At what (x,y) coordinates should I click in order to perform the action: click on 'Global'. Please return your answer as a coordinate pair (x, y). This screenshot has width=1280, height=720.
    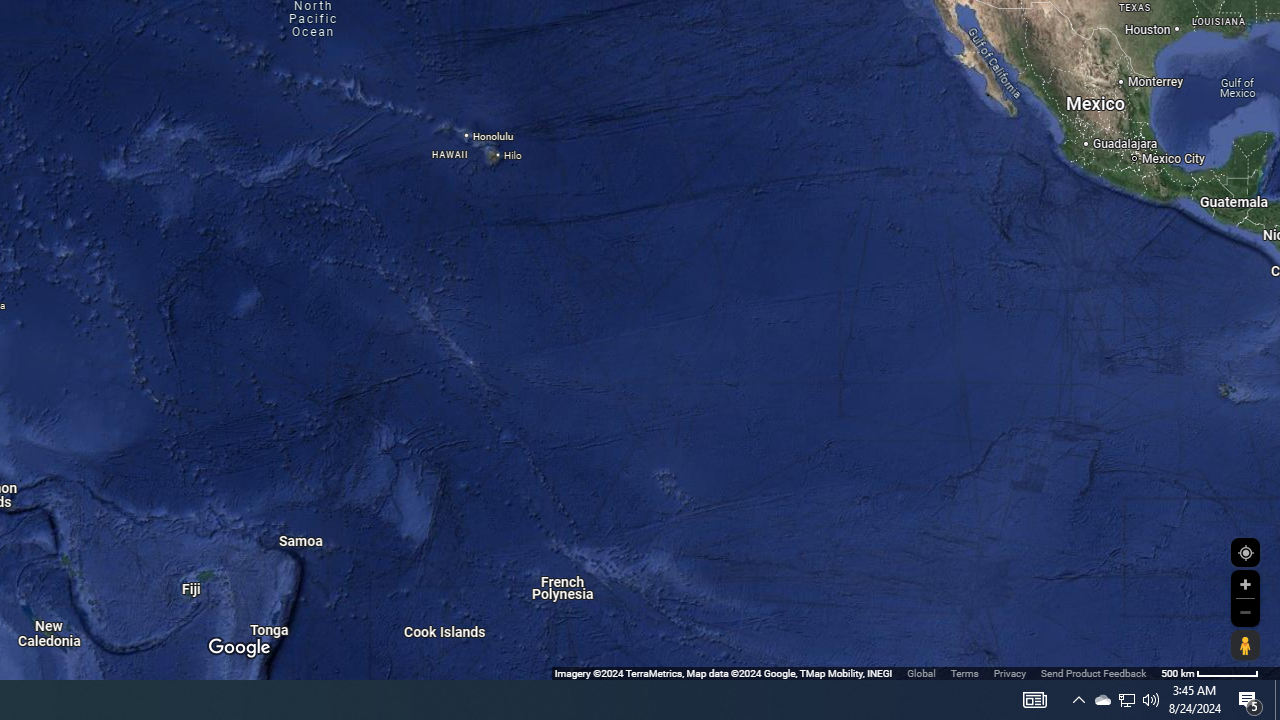
    Looking at the image, I should click on (920, 673).